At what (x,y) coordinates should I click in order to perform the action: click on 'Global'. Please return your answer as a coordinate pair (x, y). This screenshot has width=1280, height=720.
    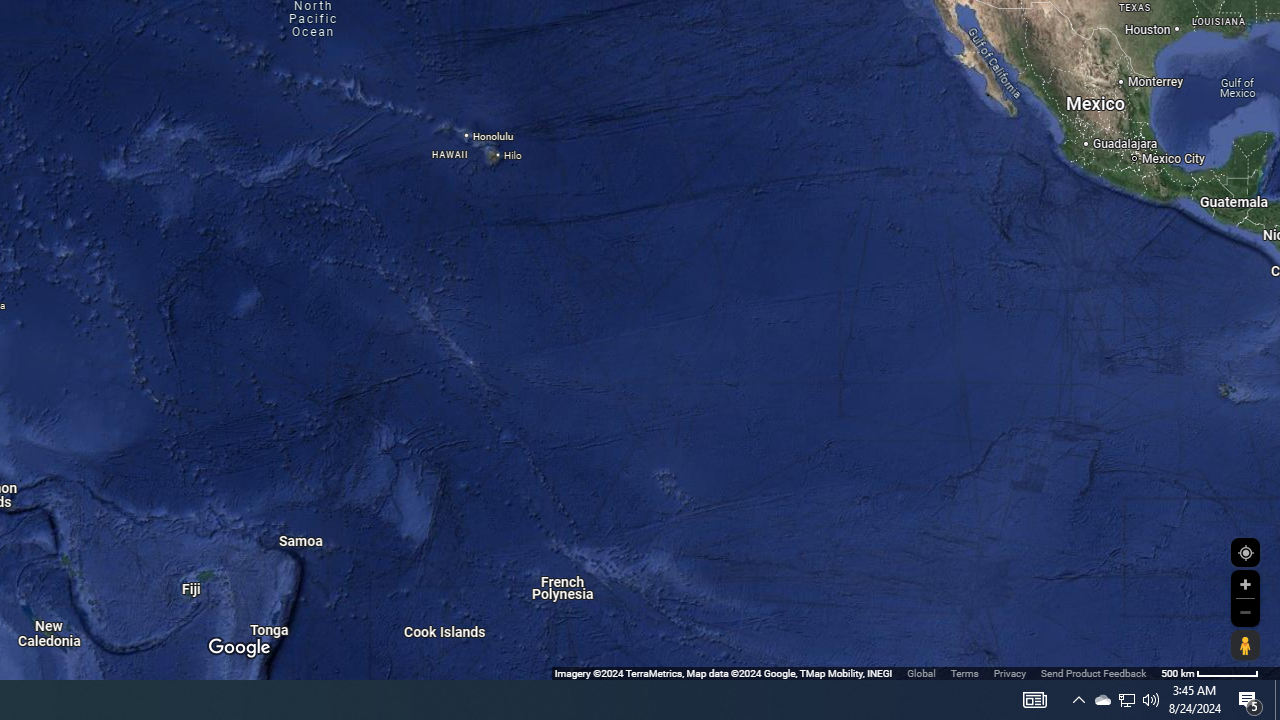
    Looking at the image, I should click on (920, 673).